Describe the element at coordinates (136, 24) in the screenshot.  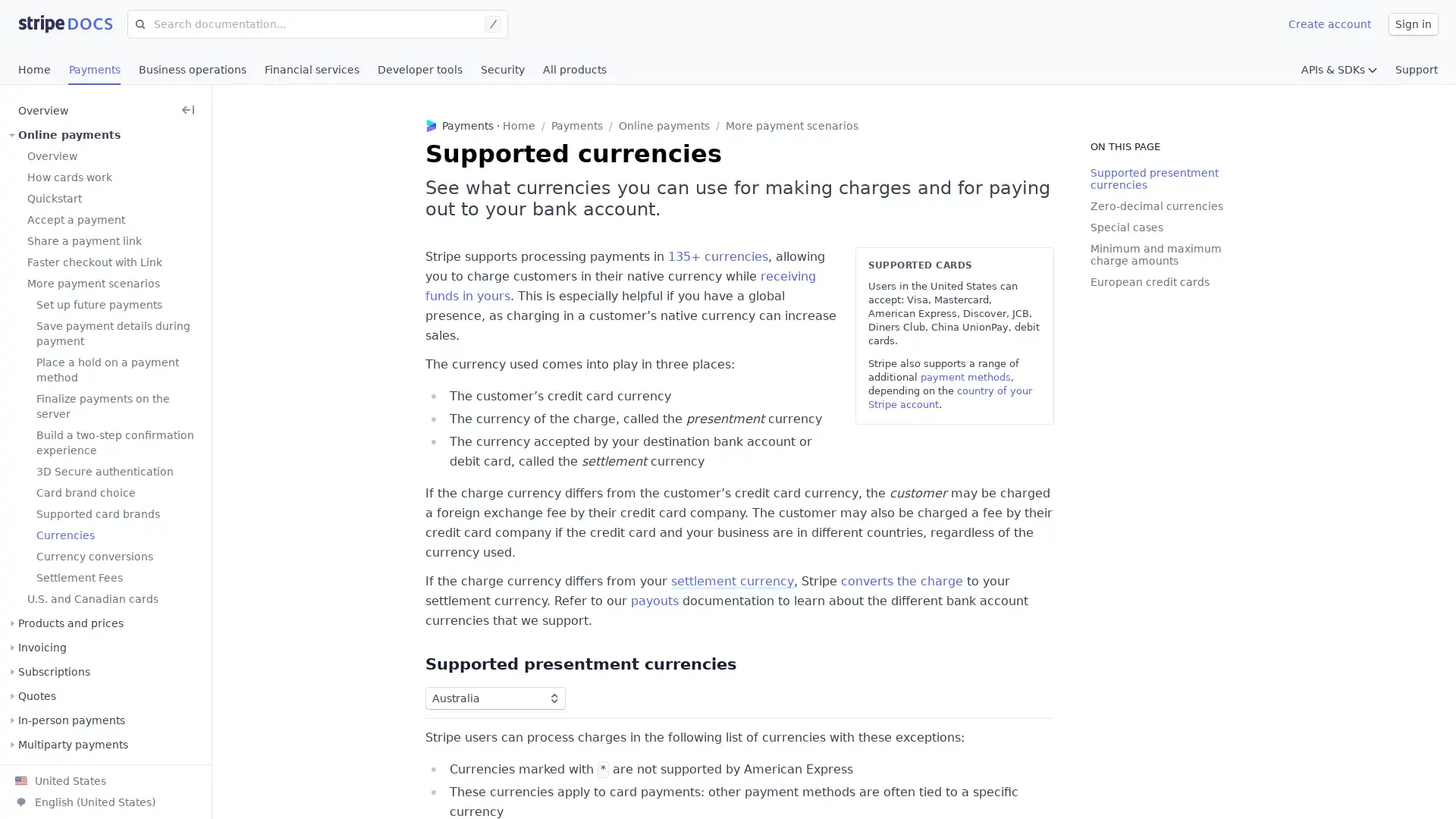
I see `Search for` at that location.